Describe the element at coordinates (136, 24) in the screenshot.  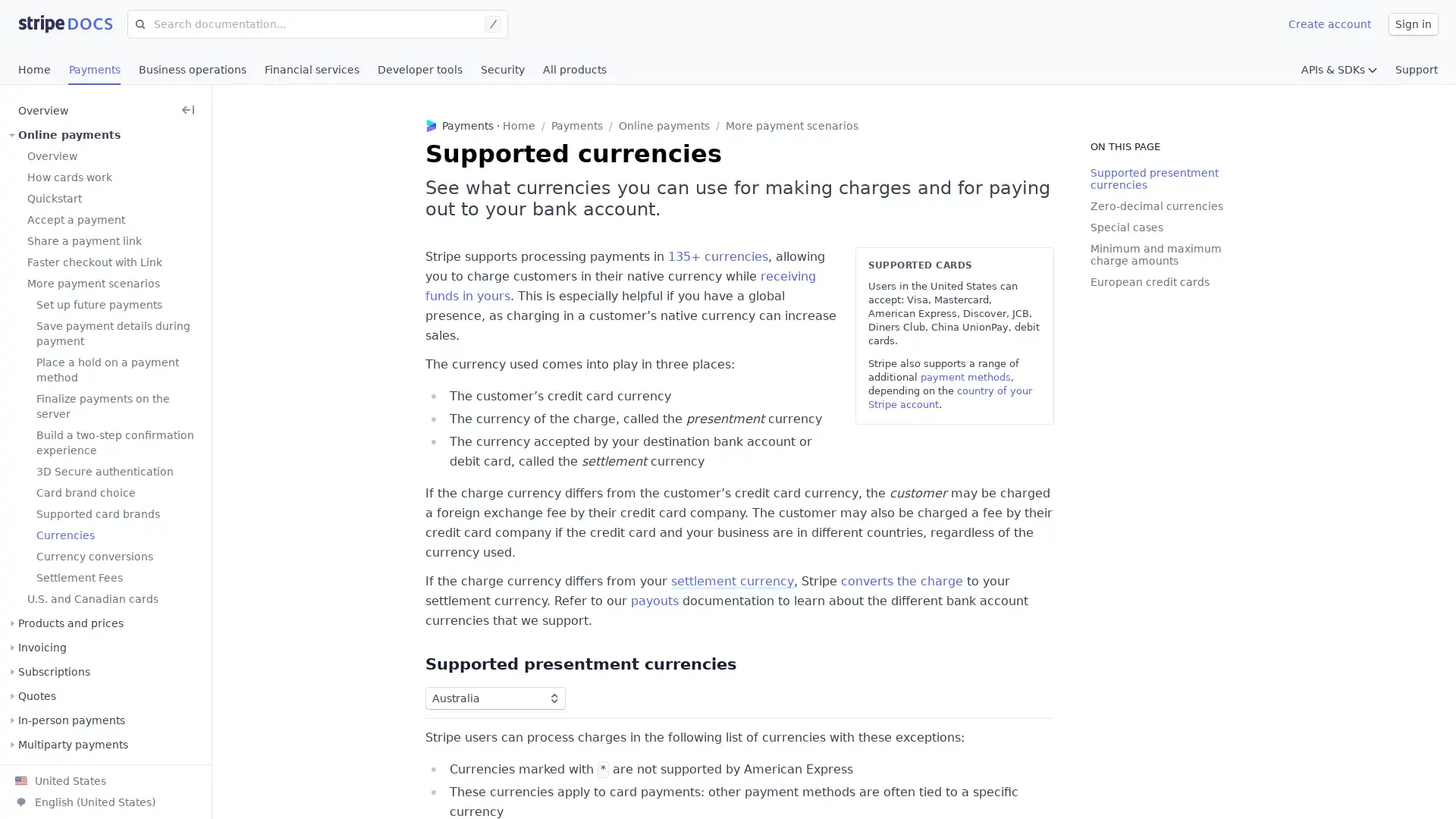
I see `Search for` at that location.